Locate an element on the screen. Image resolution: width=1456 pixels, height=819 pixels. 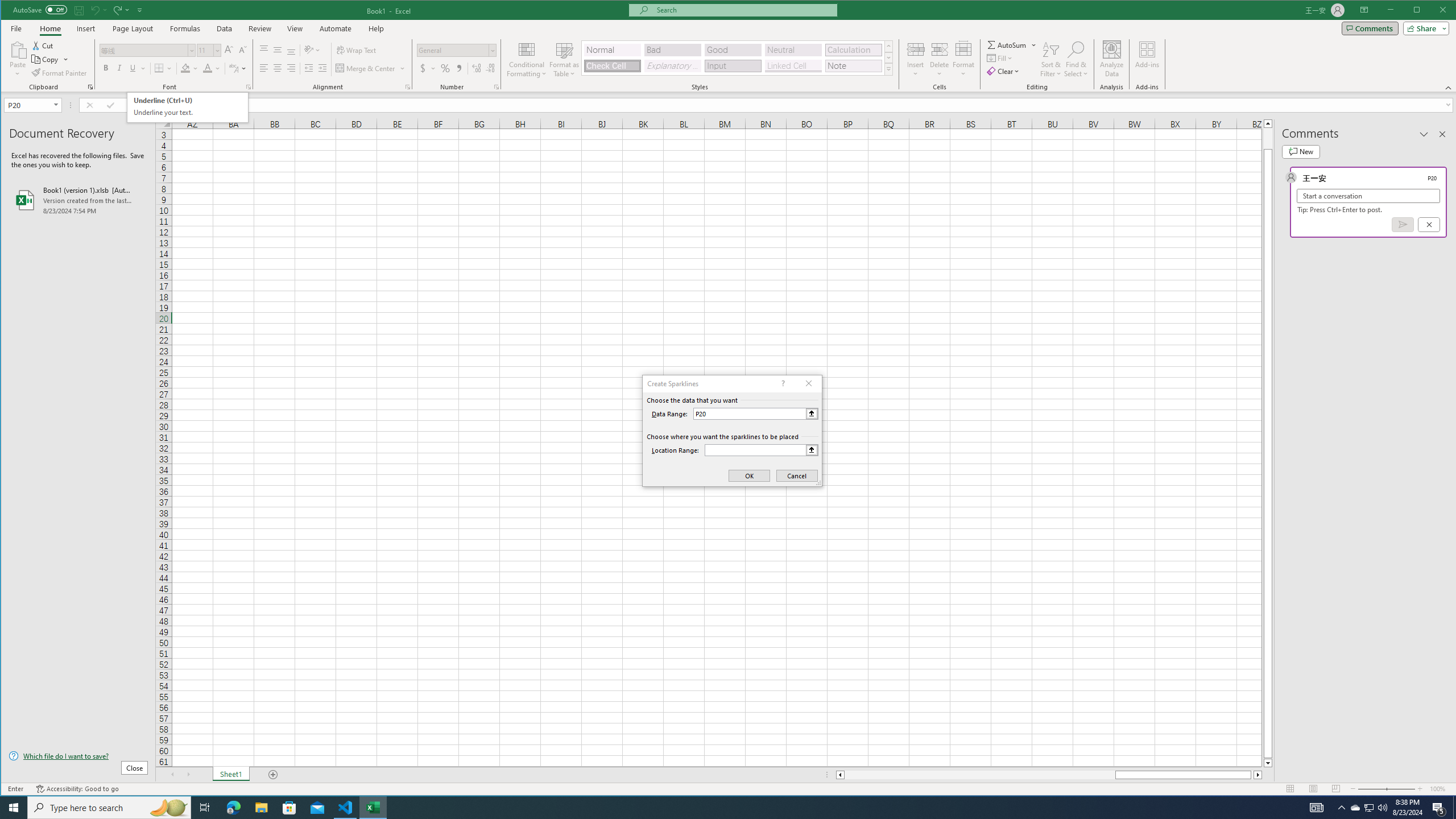
'Fill Color' is located at coordinates (190, 68).